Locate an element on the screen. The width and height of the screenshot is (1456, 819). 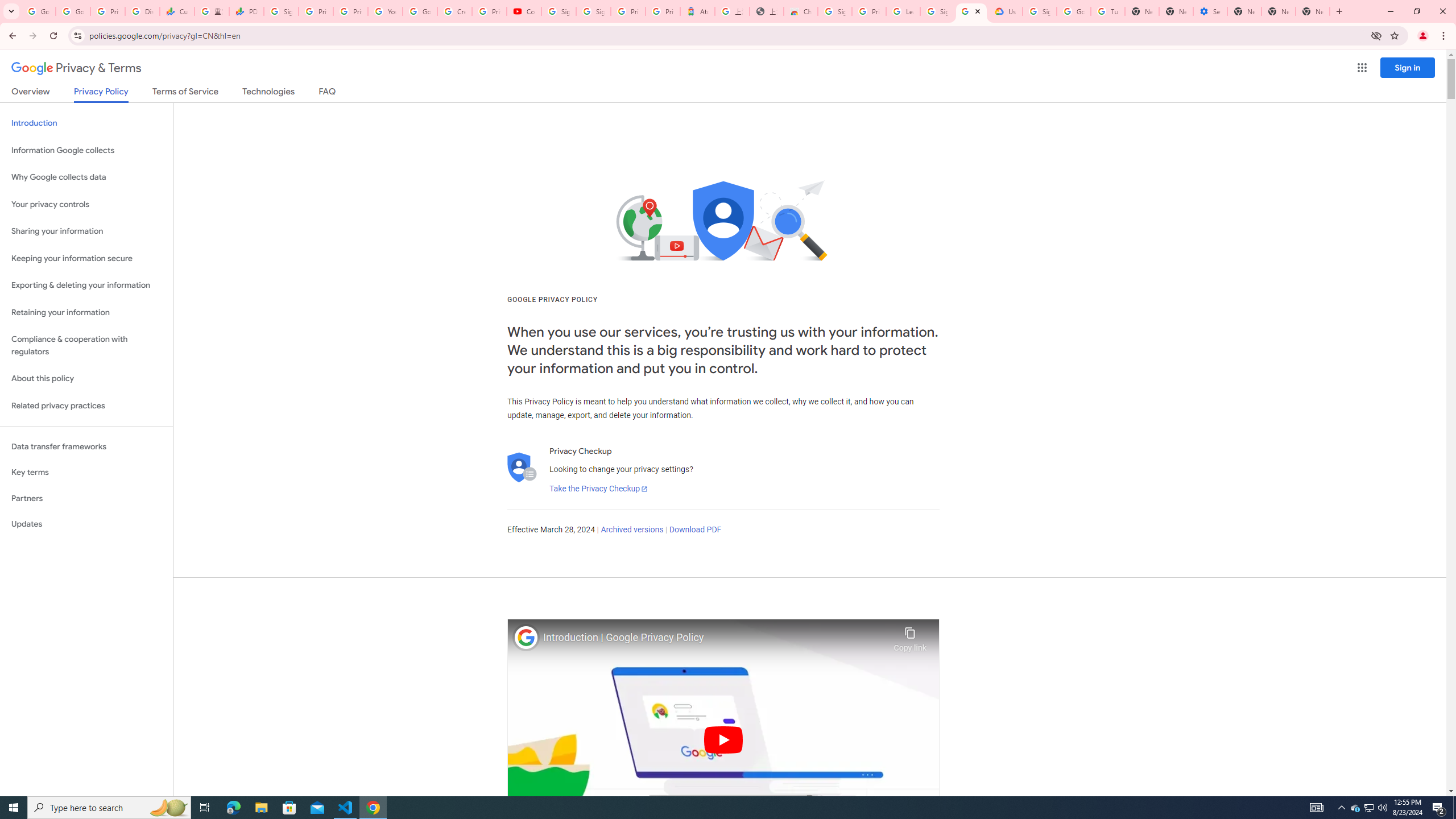
'Information Google collects' is located at coordinates (86, 150).